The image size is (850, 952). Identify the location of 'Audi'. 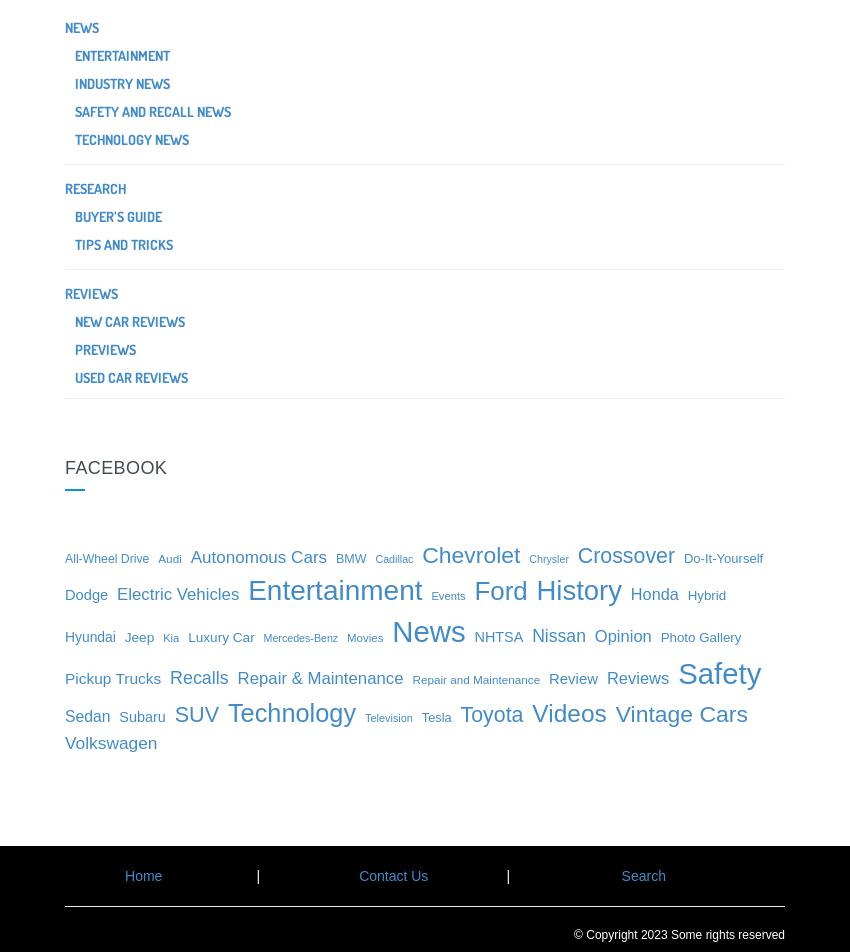
(169, 557).